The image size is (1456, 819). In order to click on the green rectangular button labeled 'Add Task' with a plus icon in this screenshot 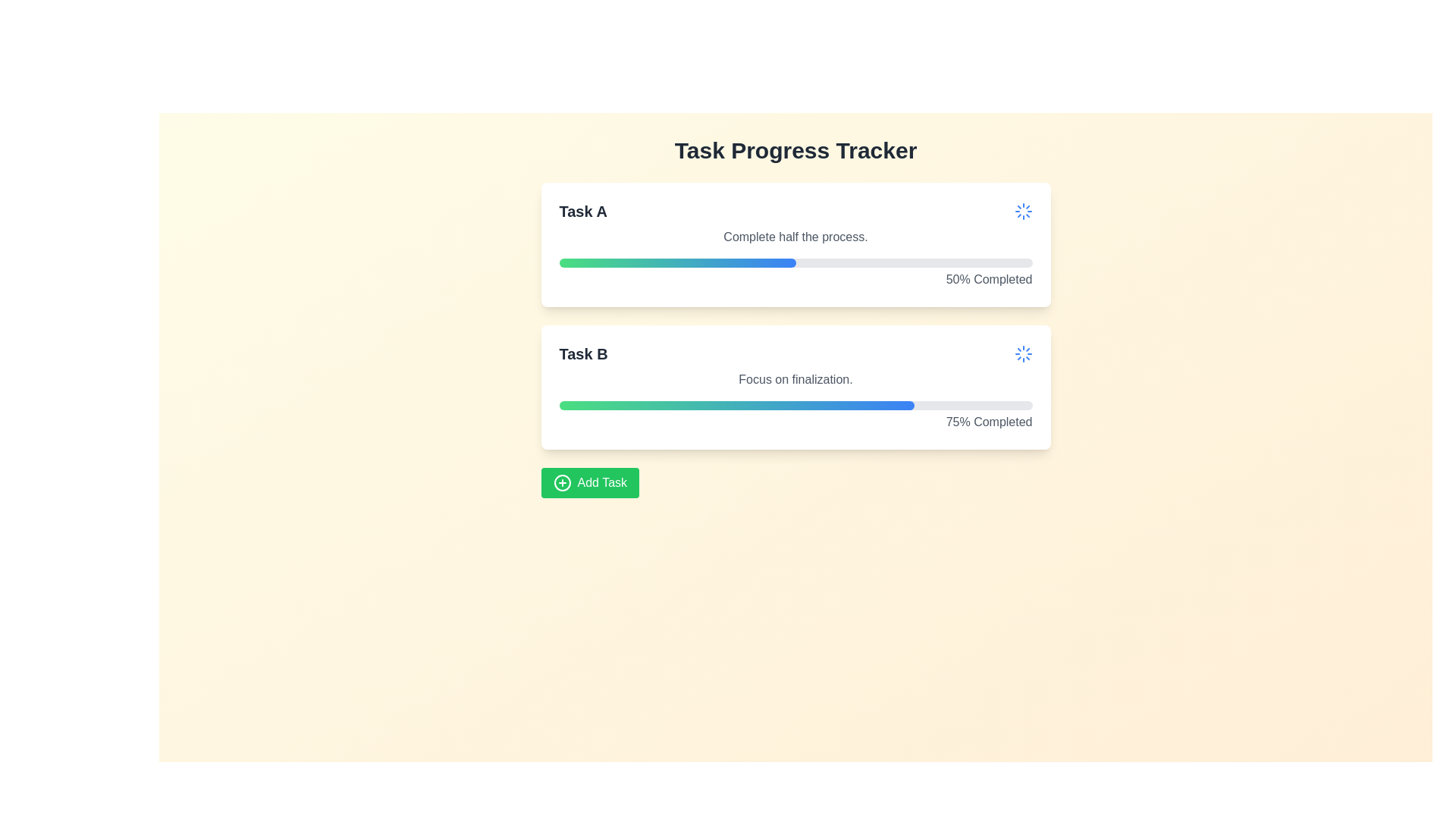, I will do `click(589, 482)`.